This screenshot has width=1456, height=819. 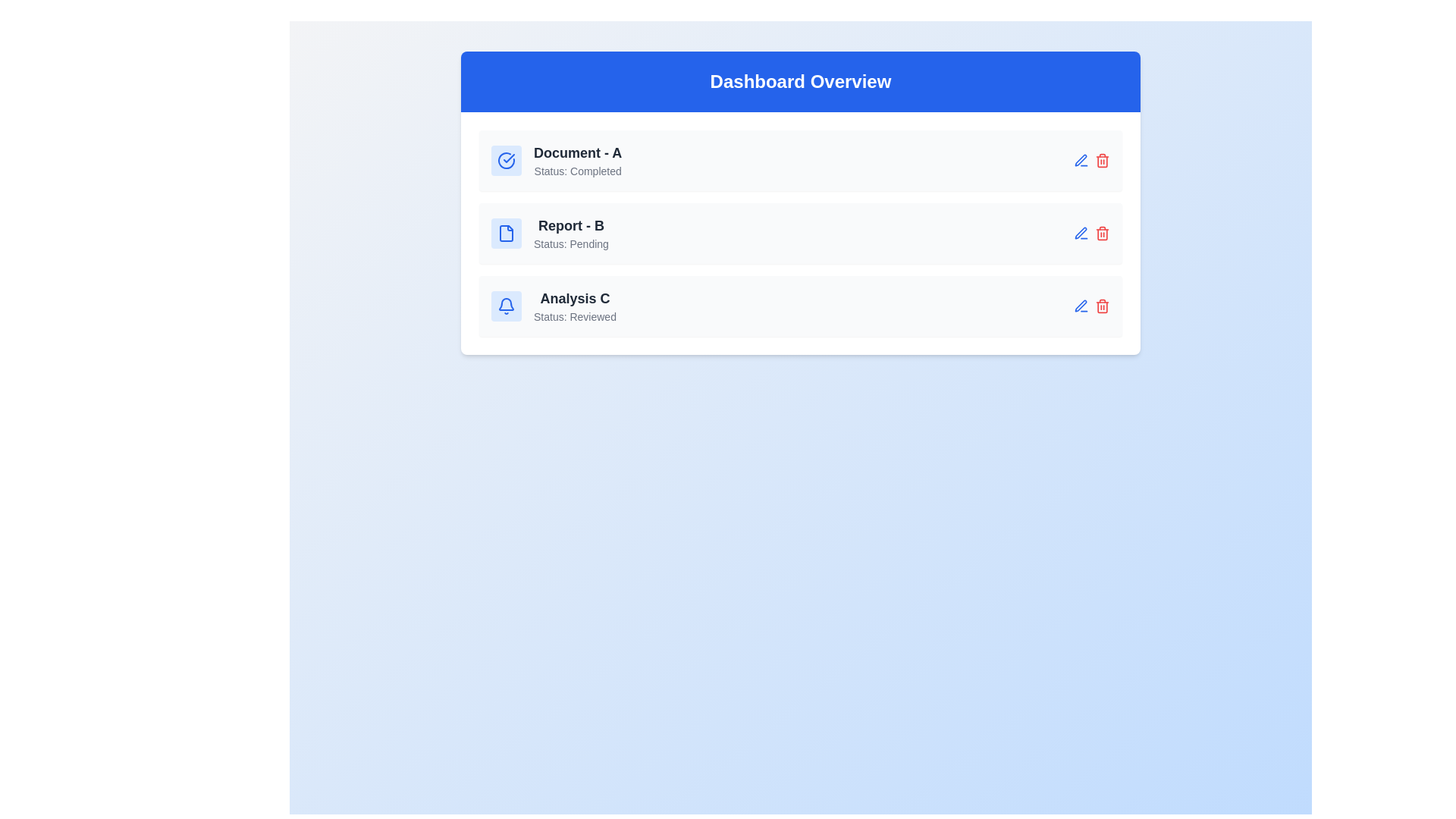 I want to click on text content displayed in the text component that shows 'Analysis C' and 'Status: Reviewed', so click(x=574, y=306).